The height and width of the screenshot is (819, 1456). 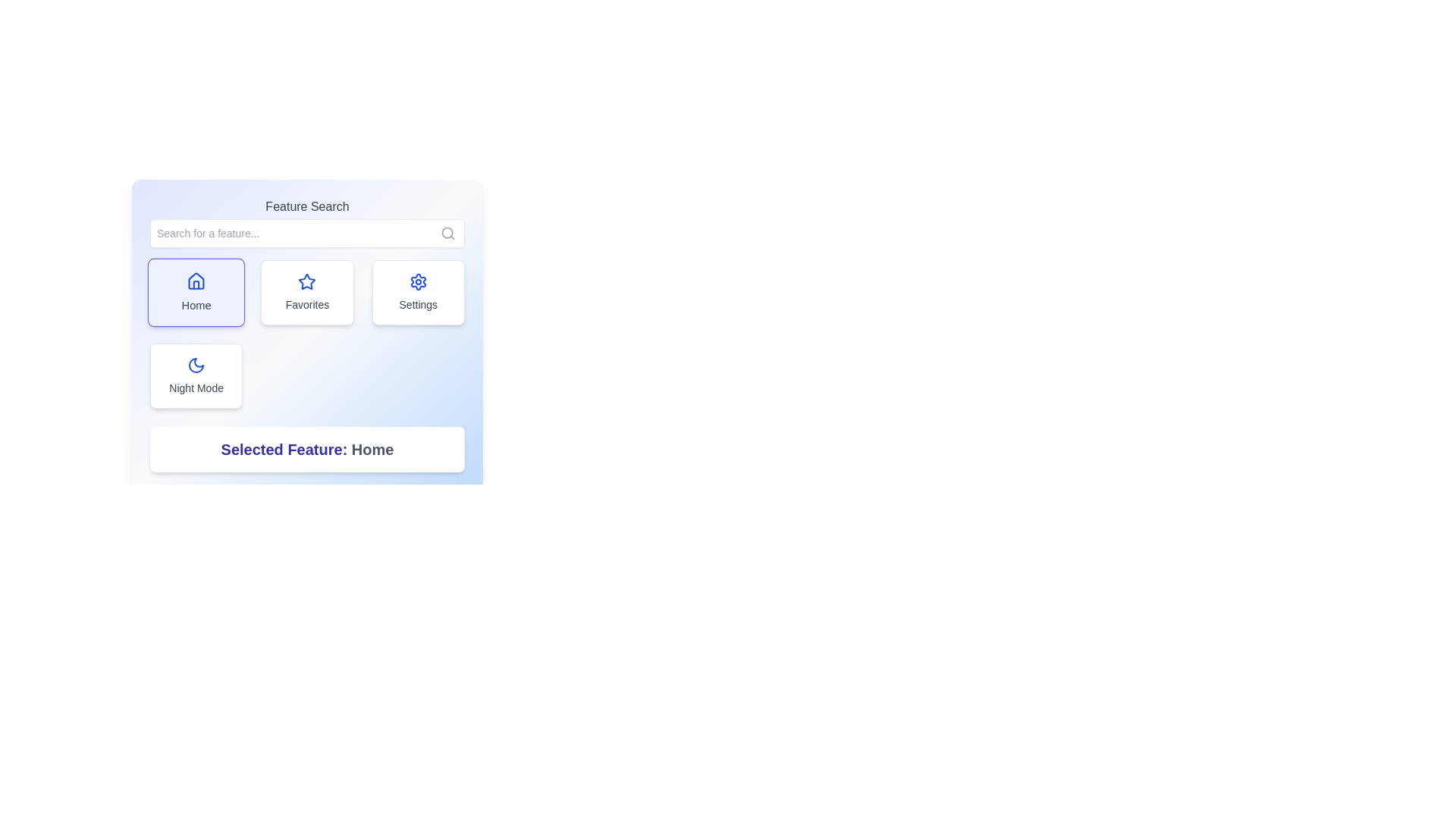 What do you see at coordinates (418, 304) in the screenshot?
I see `the 'Settings' text label located directly below the gear icon in the 'Settings' card in the top right corner of the interface` at bounding box center [418, 304].